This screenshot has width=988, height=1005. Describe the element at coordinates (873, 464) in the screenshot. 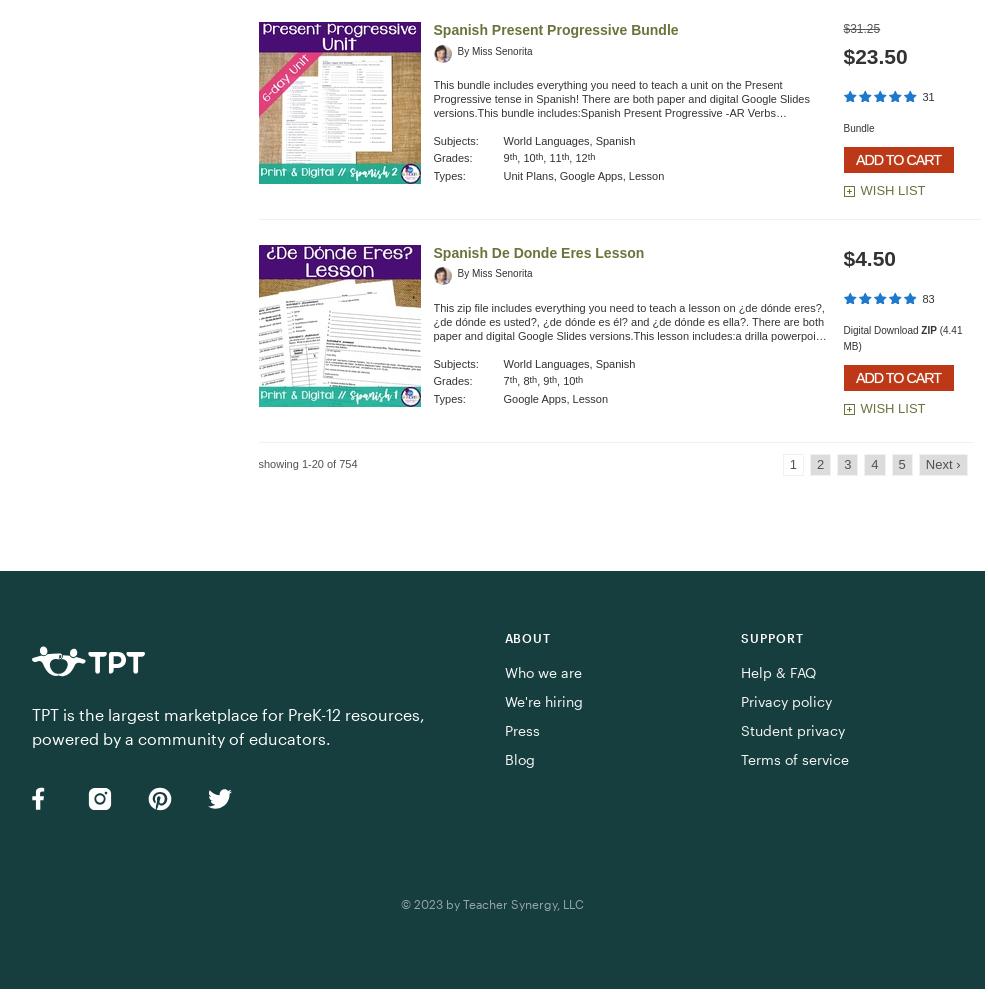

I see `'4'` at that location.